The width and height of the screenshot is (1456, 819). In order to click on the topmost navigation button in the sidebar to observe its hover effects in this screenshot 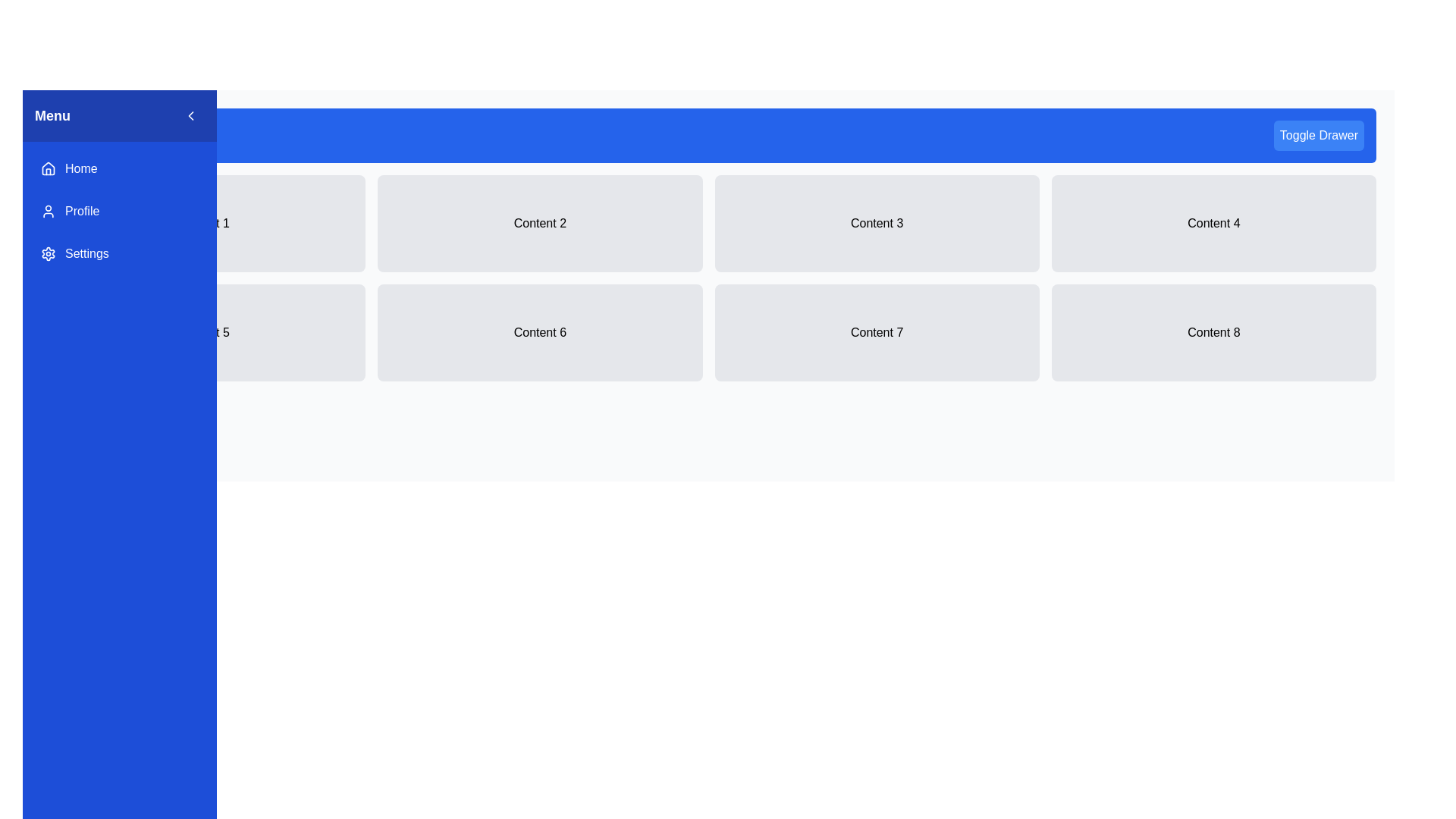, I will do `click(119, 169)`.